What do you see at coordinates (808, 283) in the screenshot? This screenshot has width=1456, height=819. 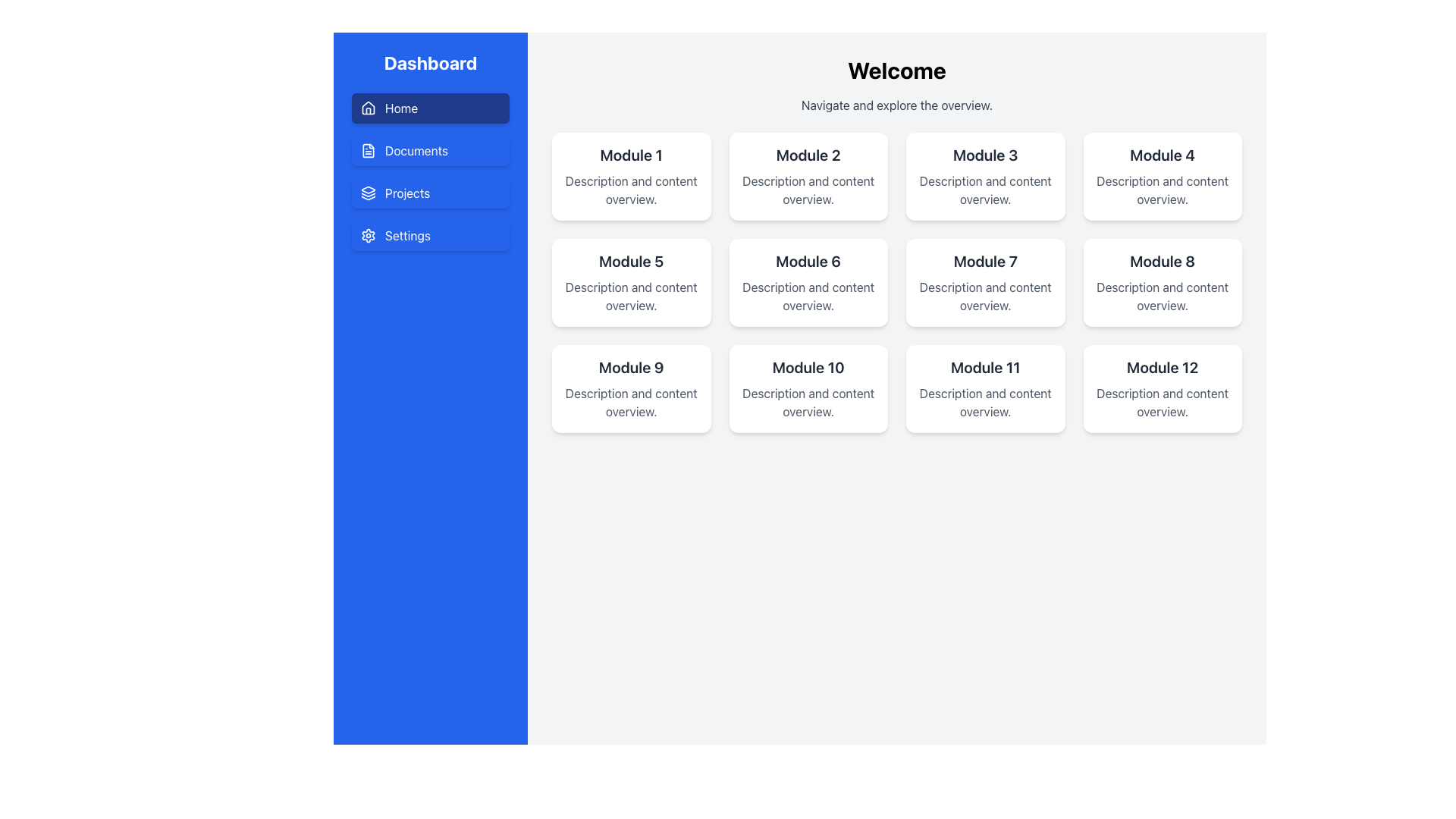 I see `the informational card for 'Module 6'` at bounding box center [808, 283].